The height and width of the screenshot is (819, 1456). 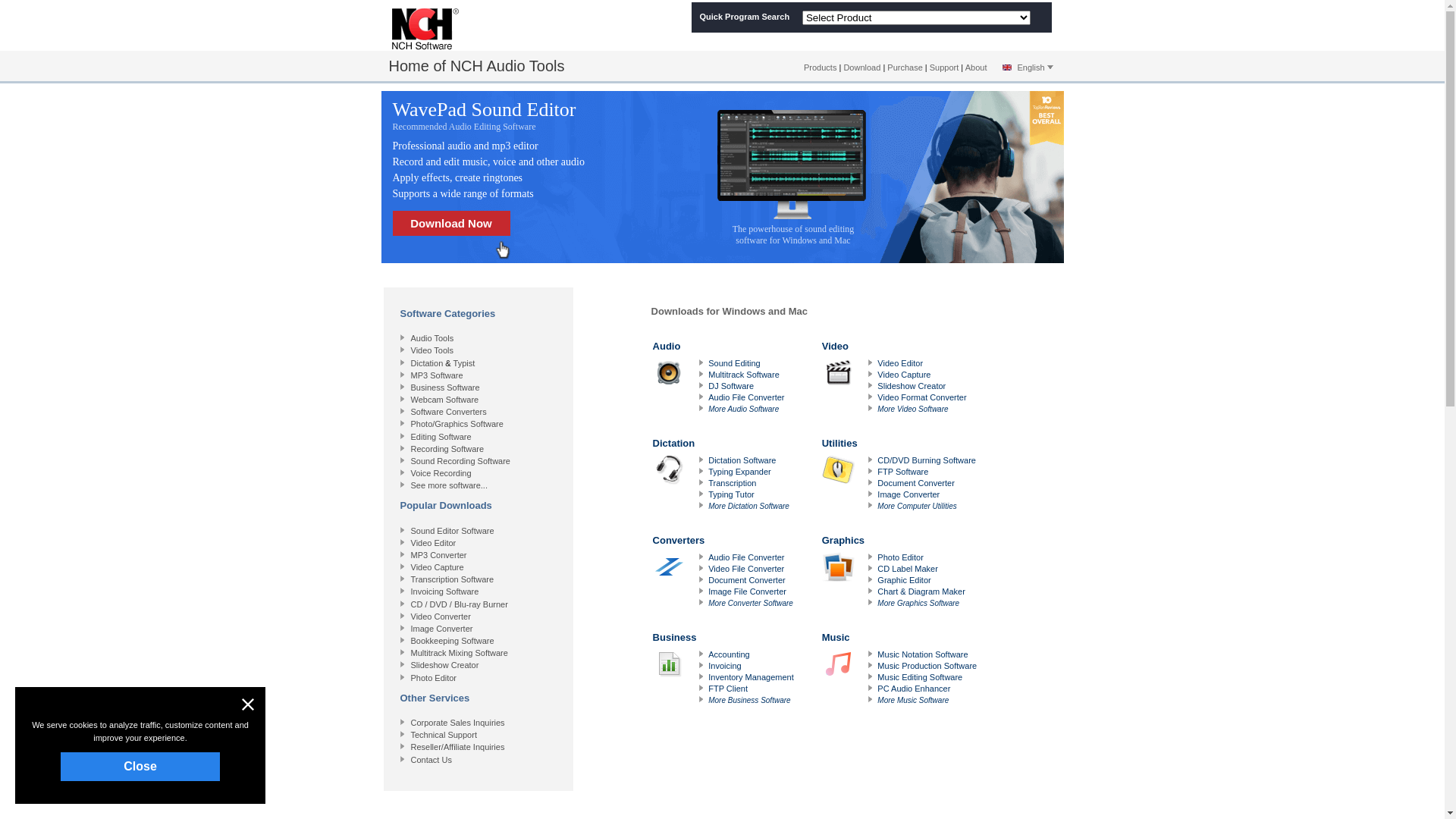 I want to click on 'Click to get WavePad Audio Editor', so click(x=455, y=176).